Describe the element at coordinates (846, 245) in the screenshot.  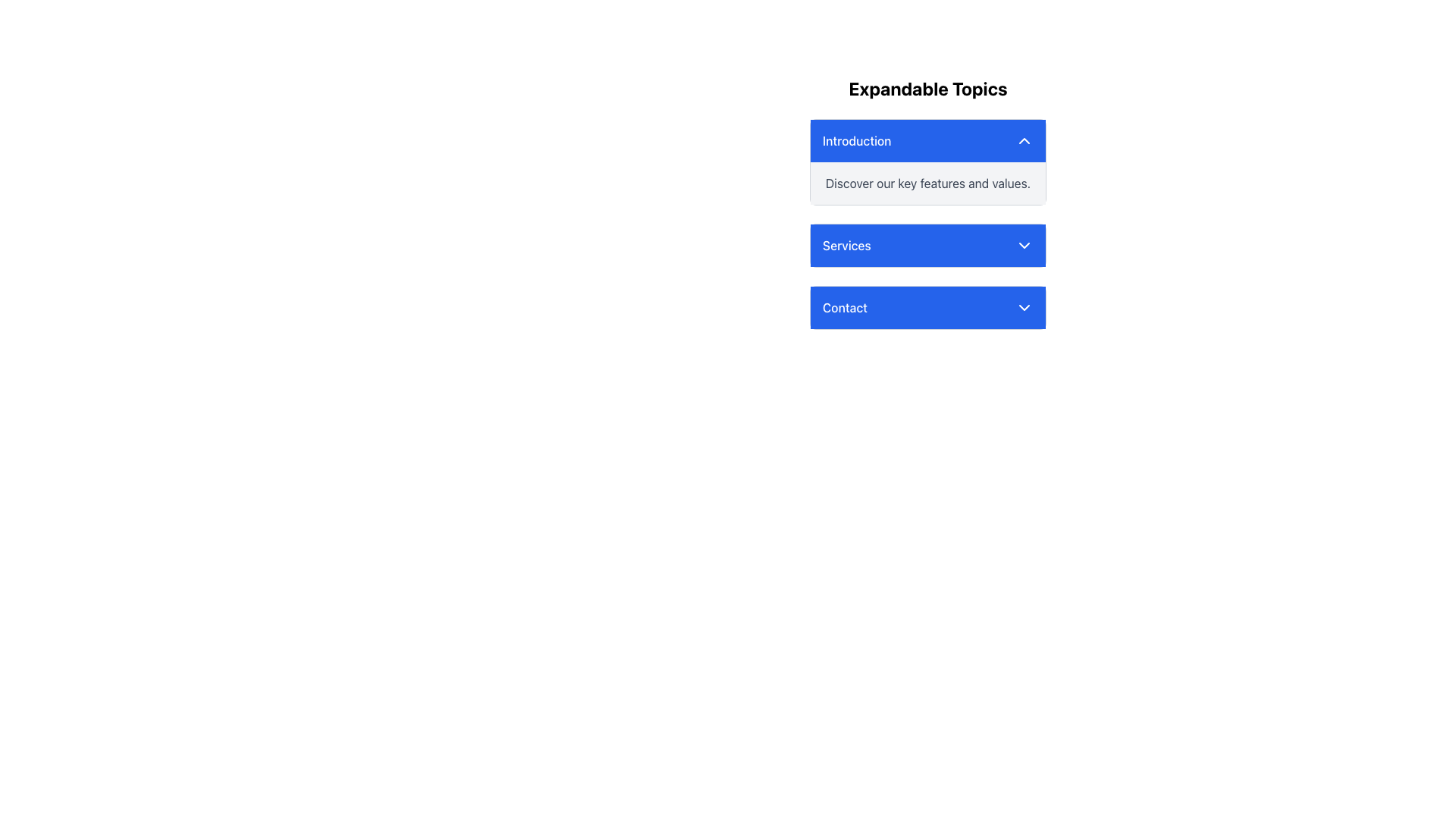
I see `the second text label in the vertically stacked list of collapsible sections` at that location.